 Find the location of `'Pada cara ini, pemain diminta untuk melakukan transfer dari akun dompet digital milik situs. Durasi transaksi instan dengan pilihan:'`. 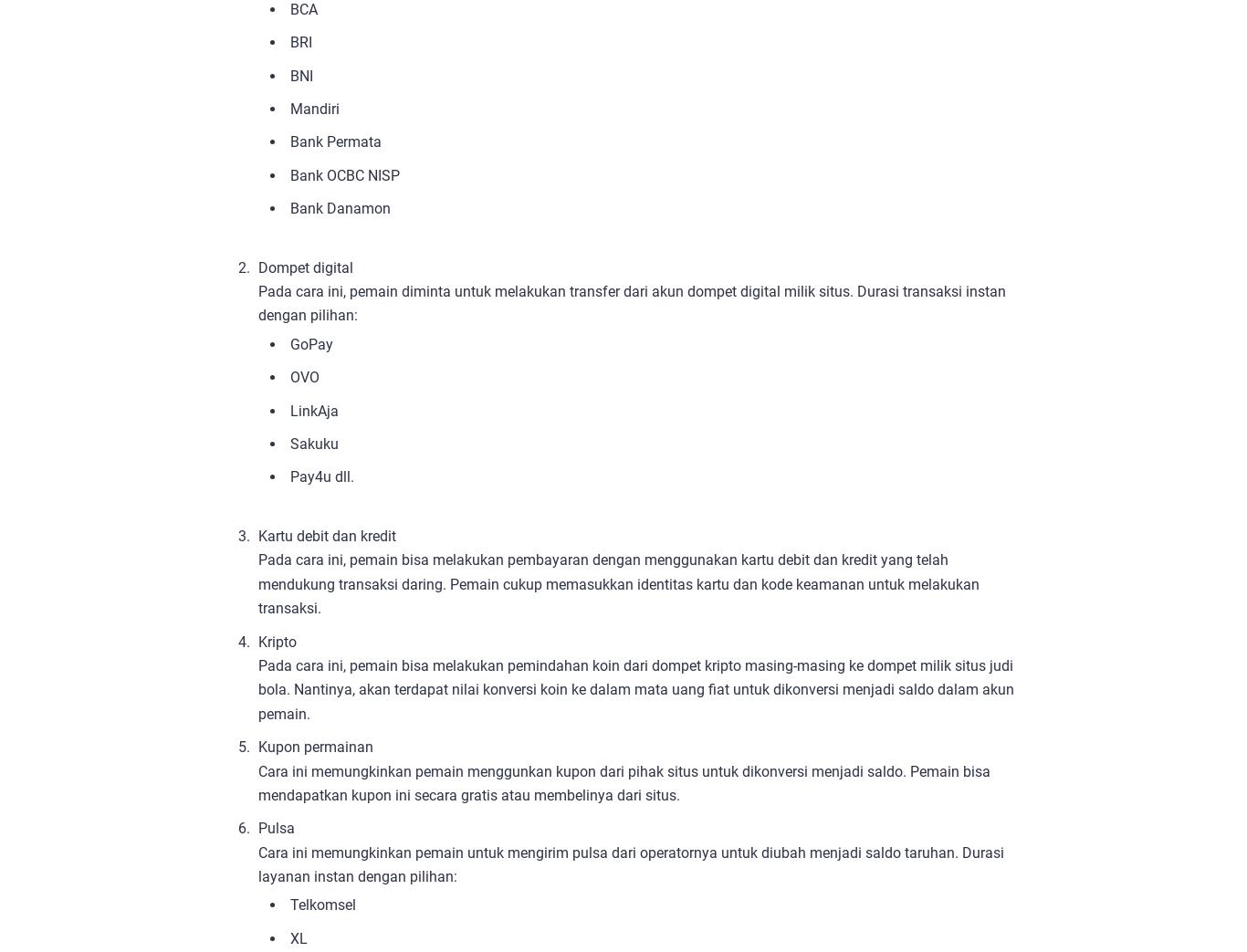

'Pada cara ini, pemain diminta untuk melakukan transfer dari akun dompet digital milik situs. Durasi transaksi instan dengan pilihan:' is located at coordinates (632, 302).